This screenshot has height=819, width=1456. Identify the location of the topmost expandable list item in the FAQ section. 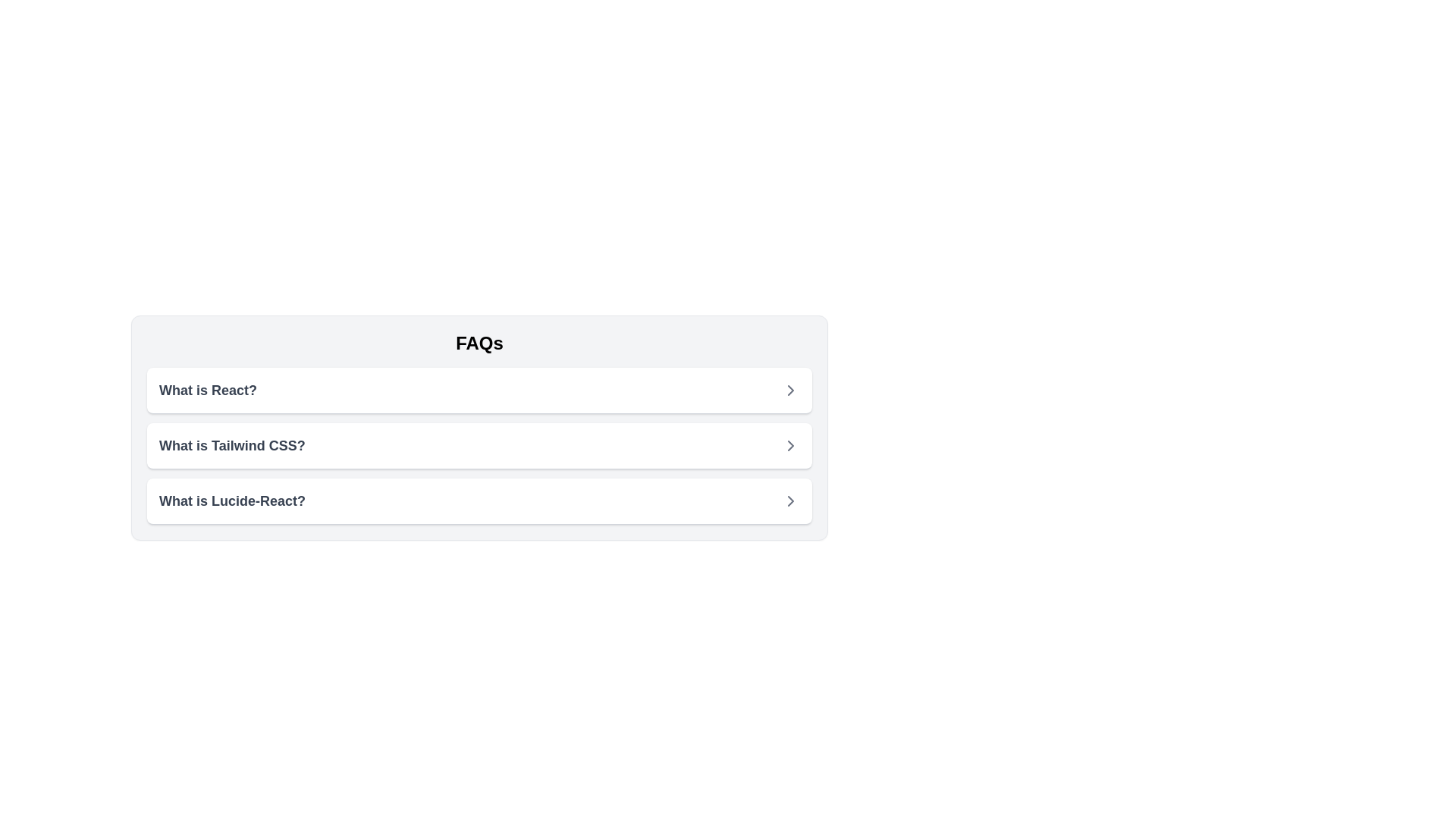
(479, 390).